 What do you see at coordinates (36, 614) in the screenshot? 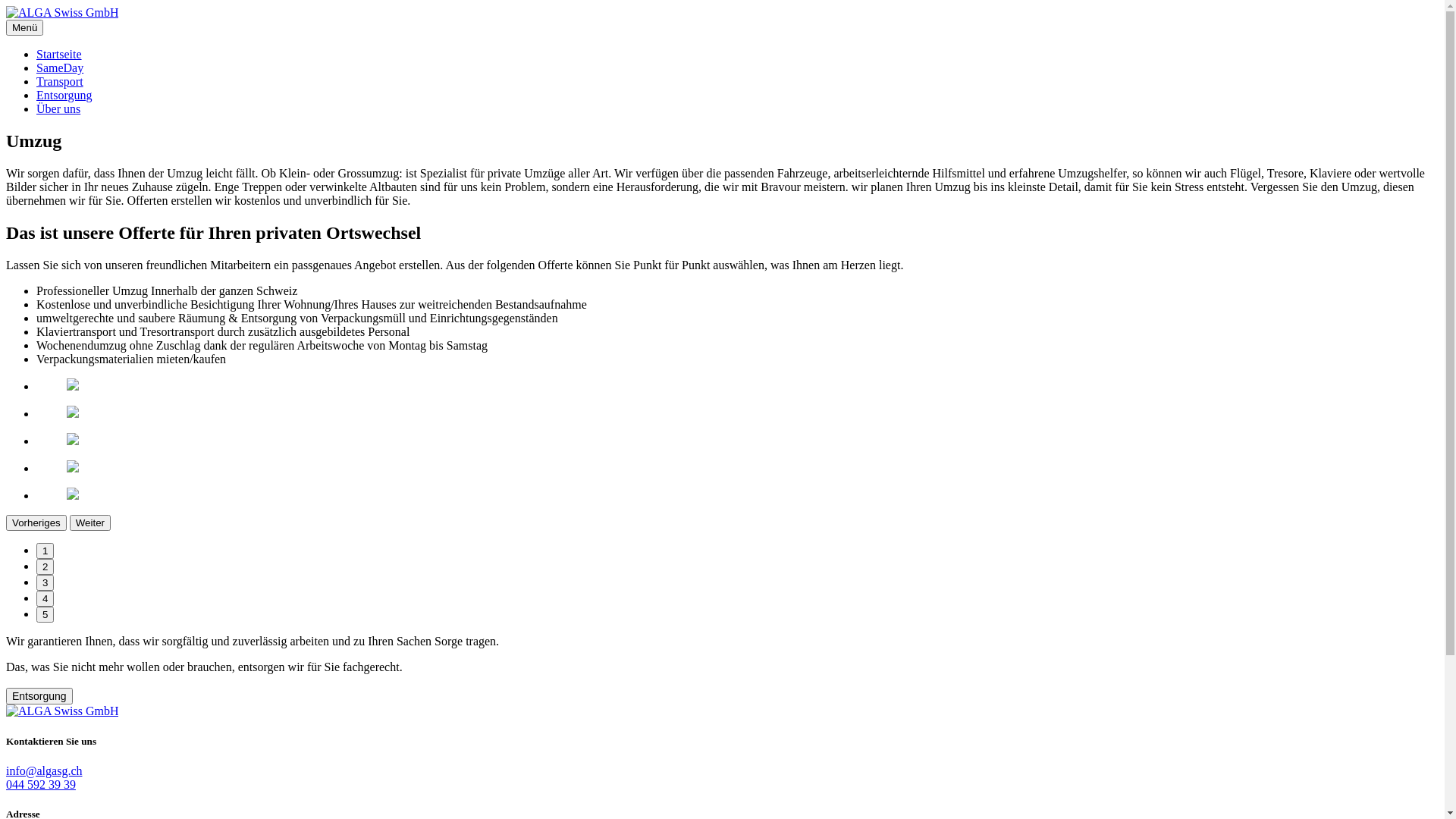
I see `'5'` at bounding box center [36, 614].